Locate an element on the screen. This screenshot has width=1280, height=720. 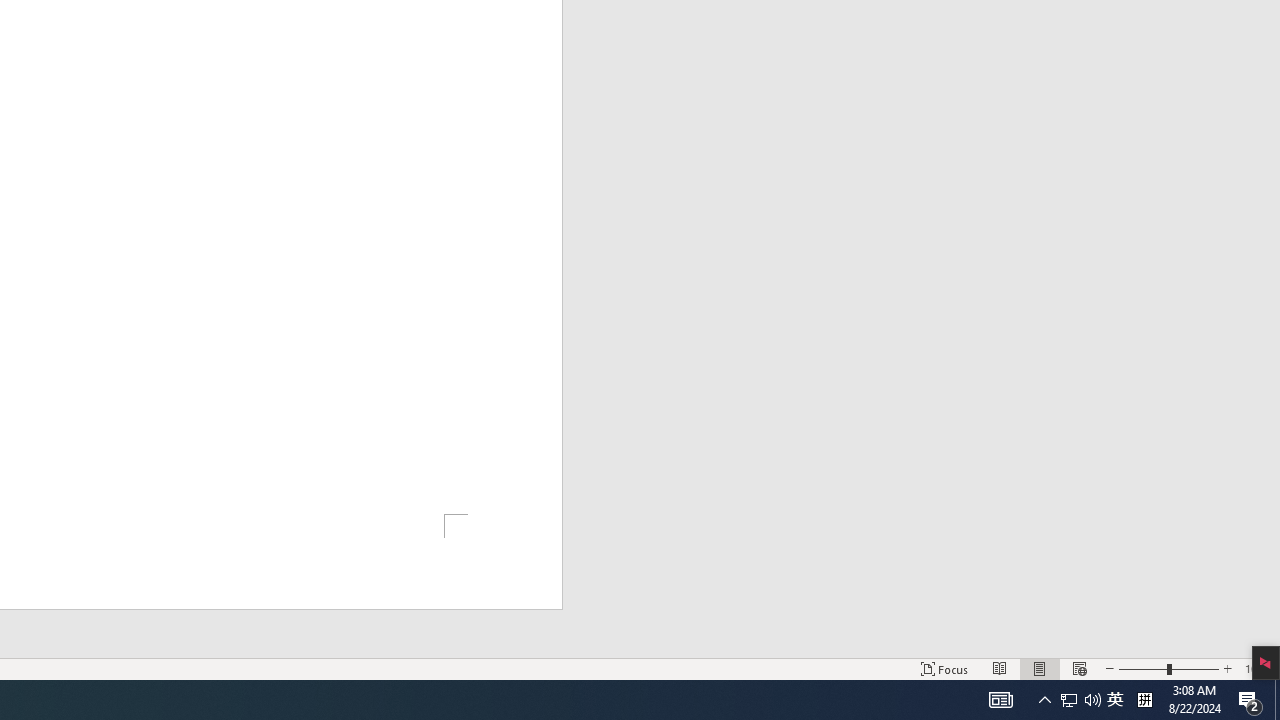
'Zoom 100%' is located at coordinates (1257, 669).